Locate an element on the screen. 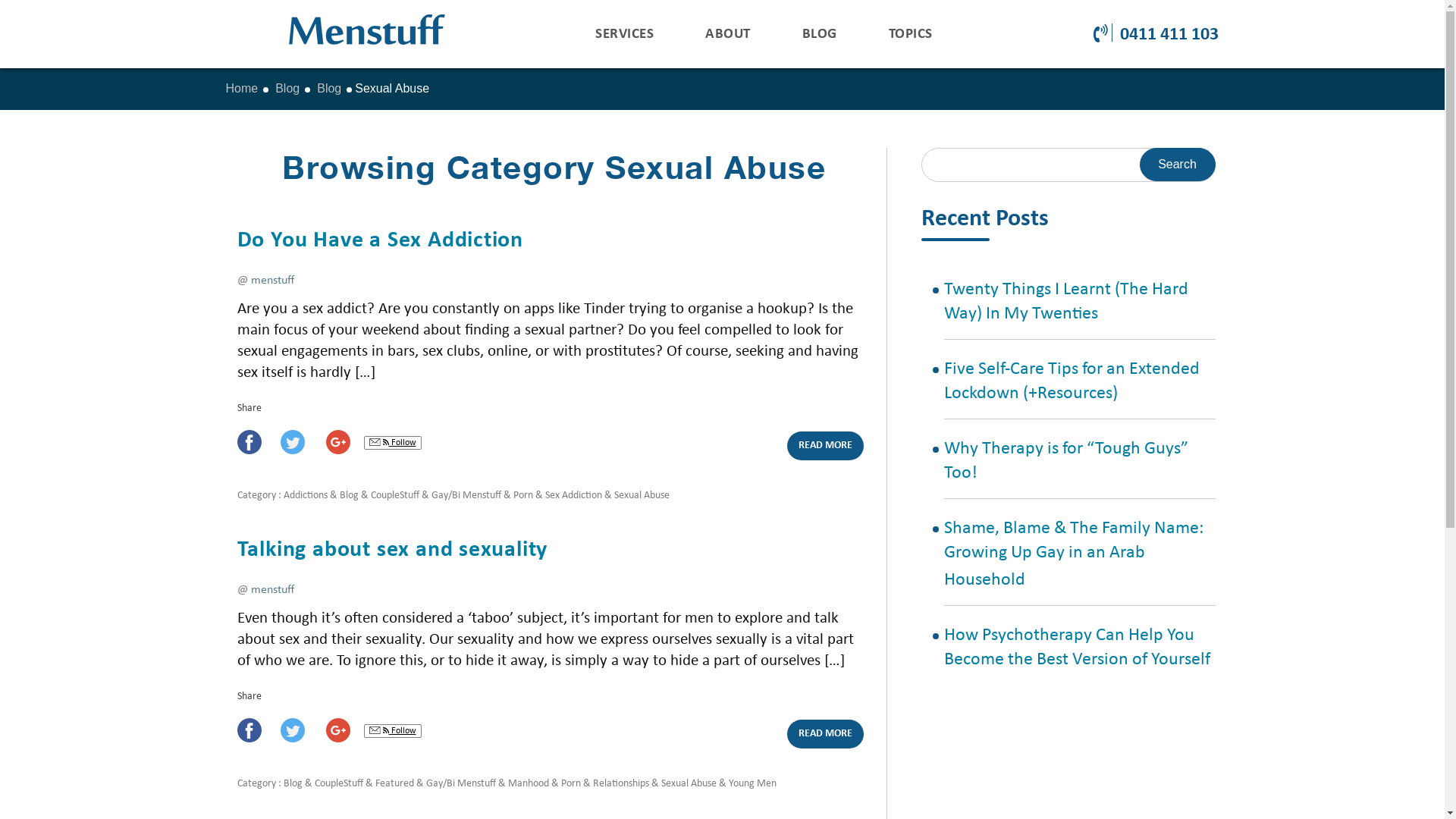 This screenshot has width=1456, height=819. 'ABOUT' is located at coordinates (728, 34).